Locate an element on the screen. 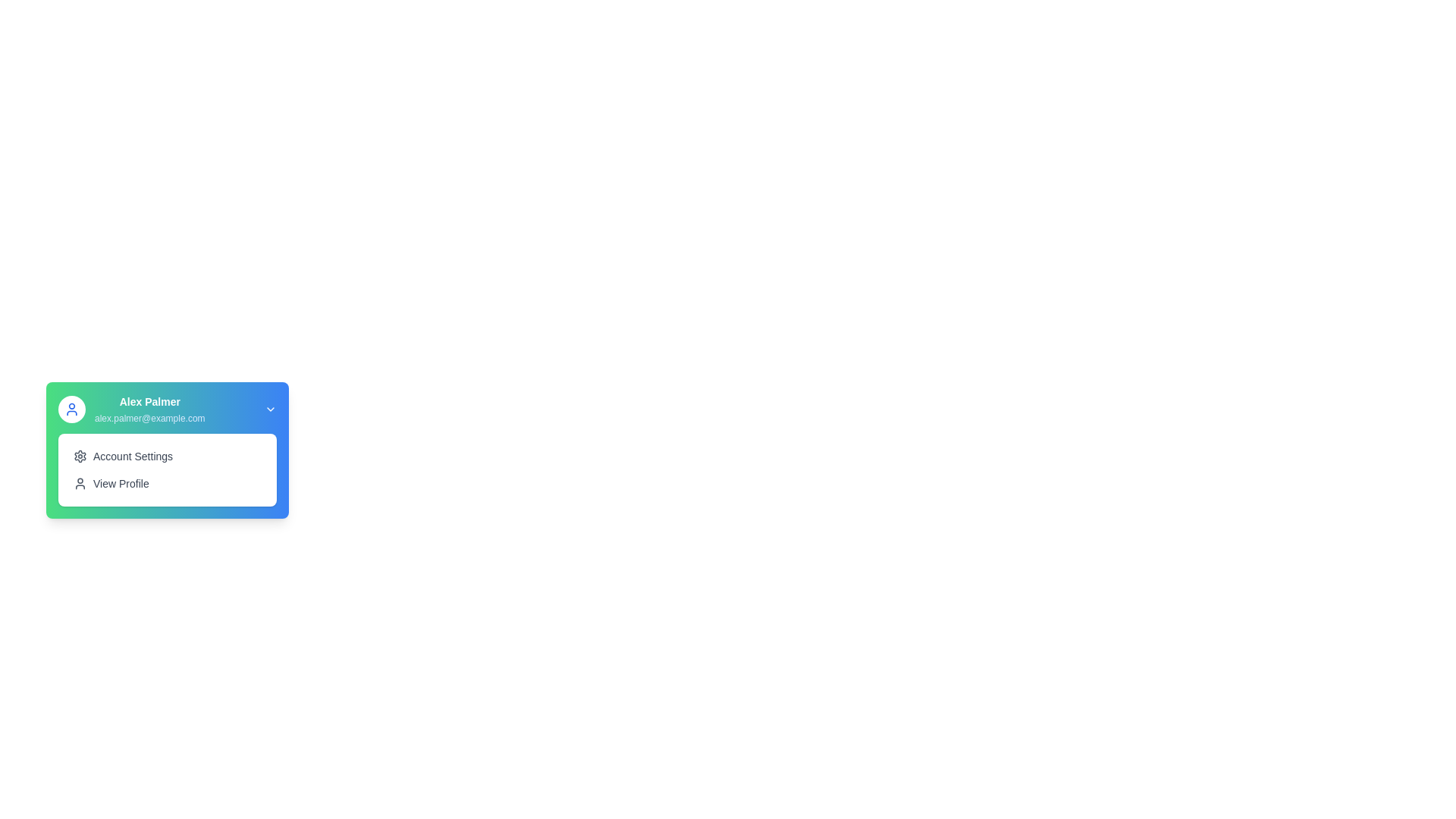 The height and width of the screenshot is (819, 1456). user's name and email address displayed in the static informational text block located at the top-left of the dropdown menu, next to the circular user icon with a blue outline is located at coordinates (149, 409).